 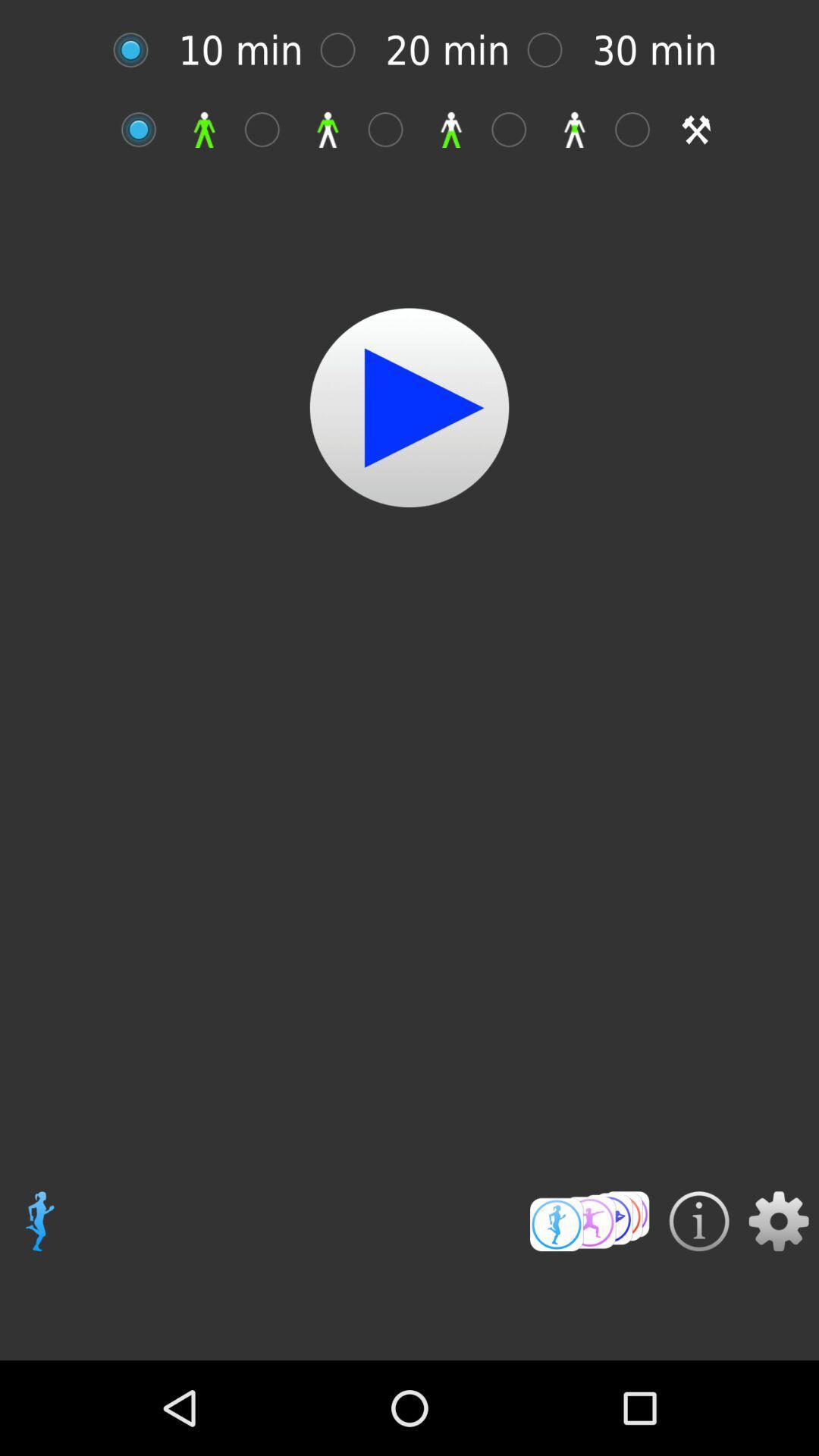 What do you see at coordinates (269, 130) in the screenshot?
I see `upper body workout` at bounding box center [269, 130].